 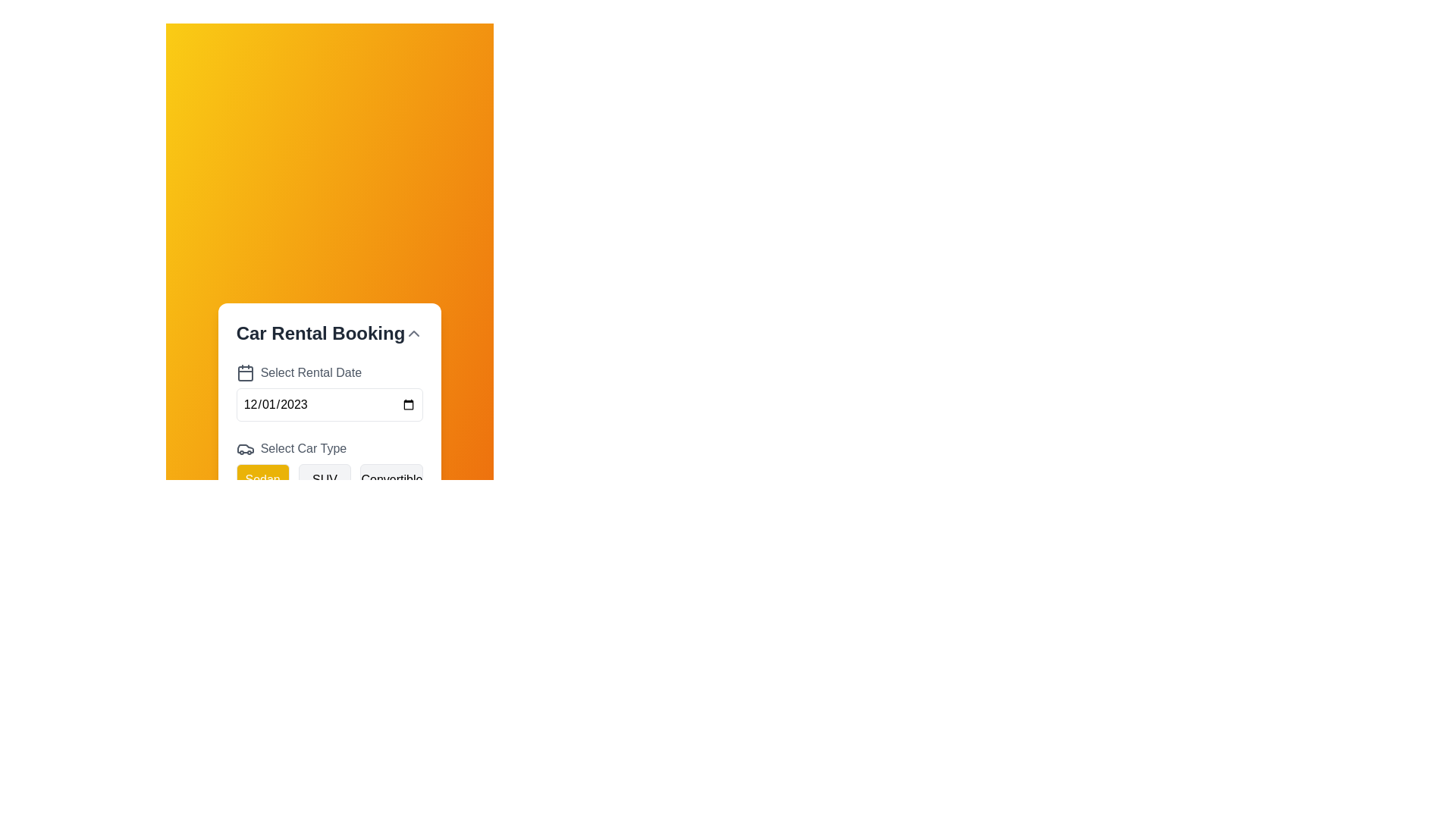 I want to click on the text label indicating the main topic of renting cars, which is located at the top of a white card in the center of the interface, so click(x=319, y=332).